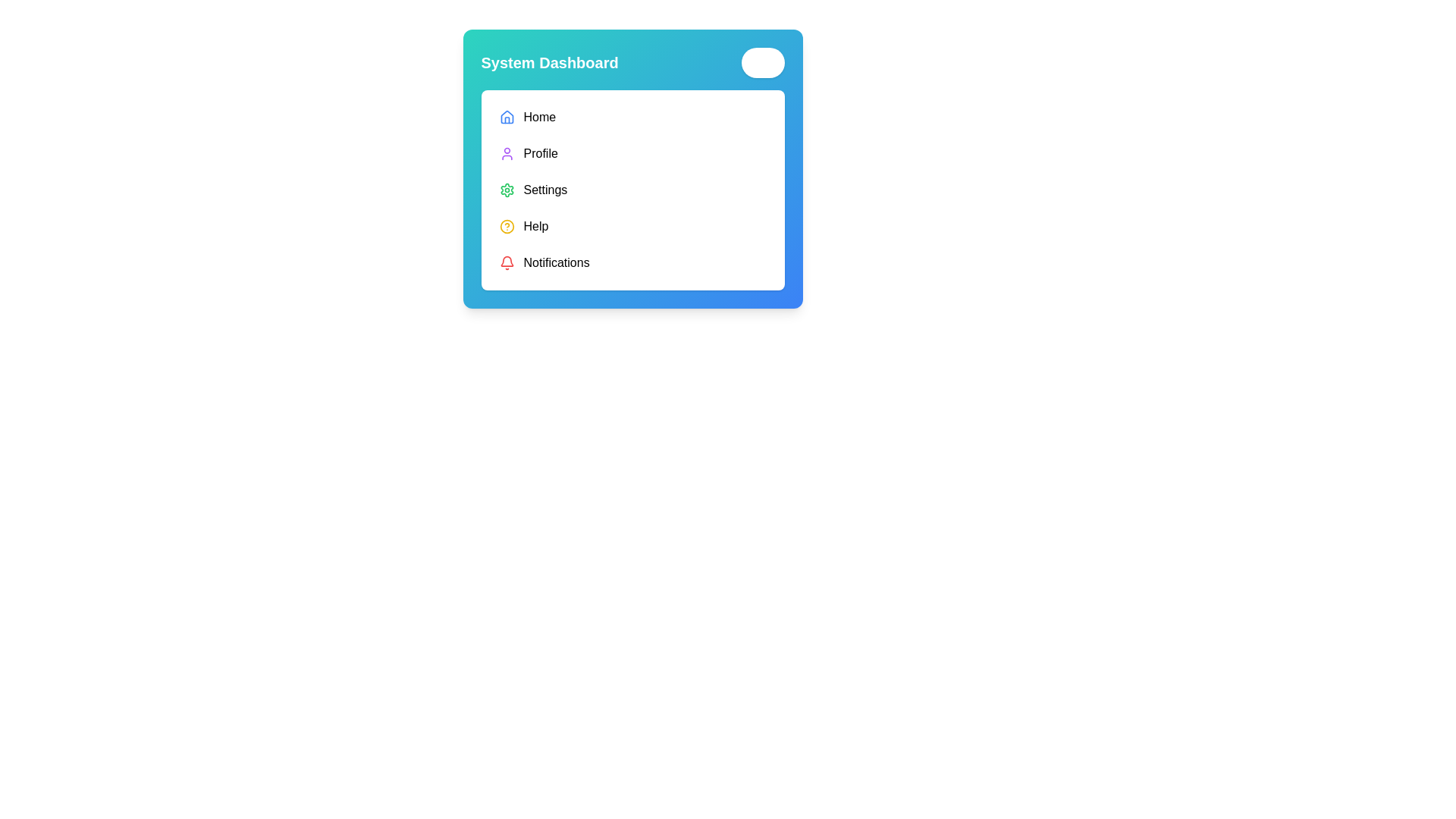  Describe the element at coordinates (507, 116) in the screenshot. I see `the 'Home' icon located at the top-left corner of the interface` at that location.